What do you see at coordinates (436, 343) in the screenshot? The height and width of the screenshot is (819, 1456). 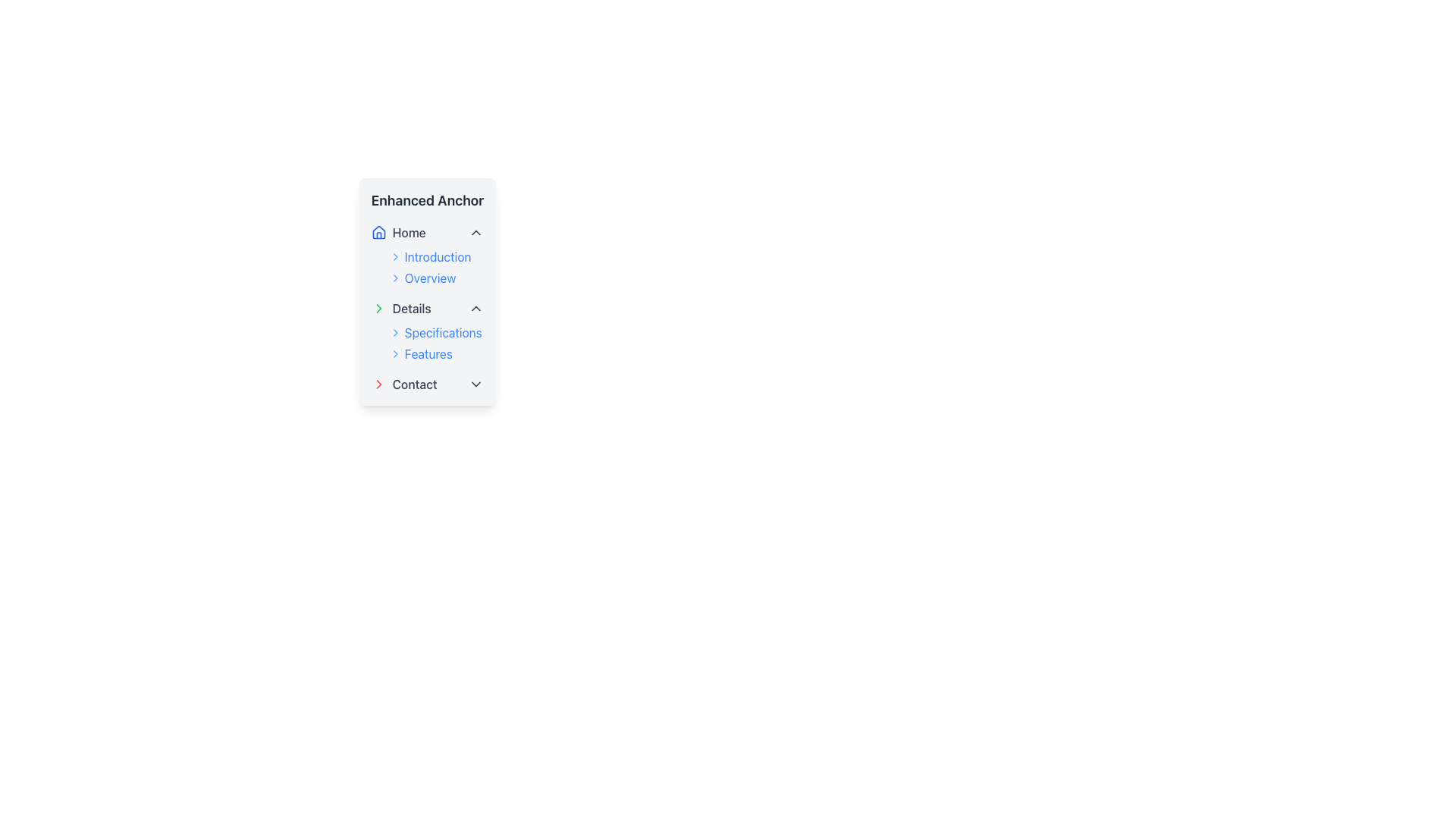 I see `the right-arrow icon beside the 'Specifications' text in the Expandable list group` at bounding box center [436, 343].